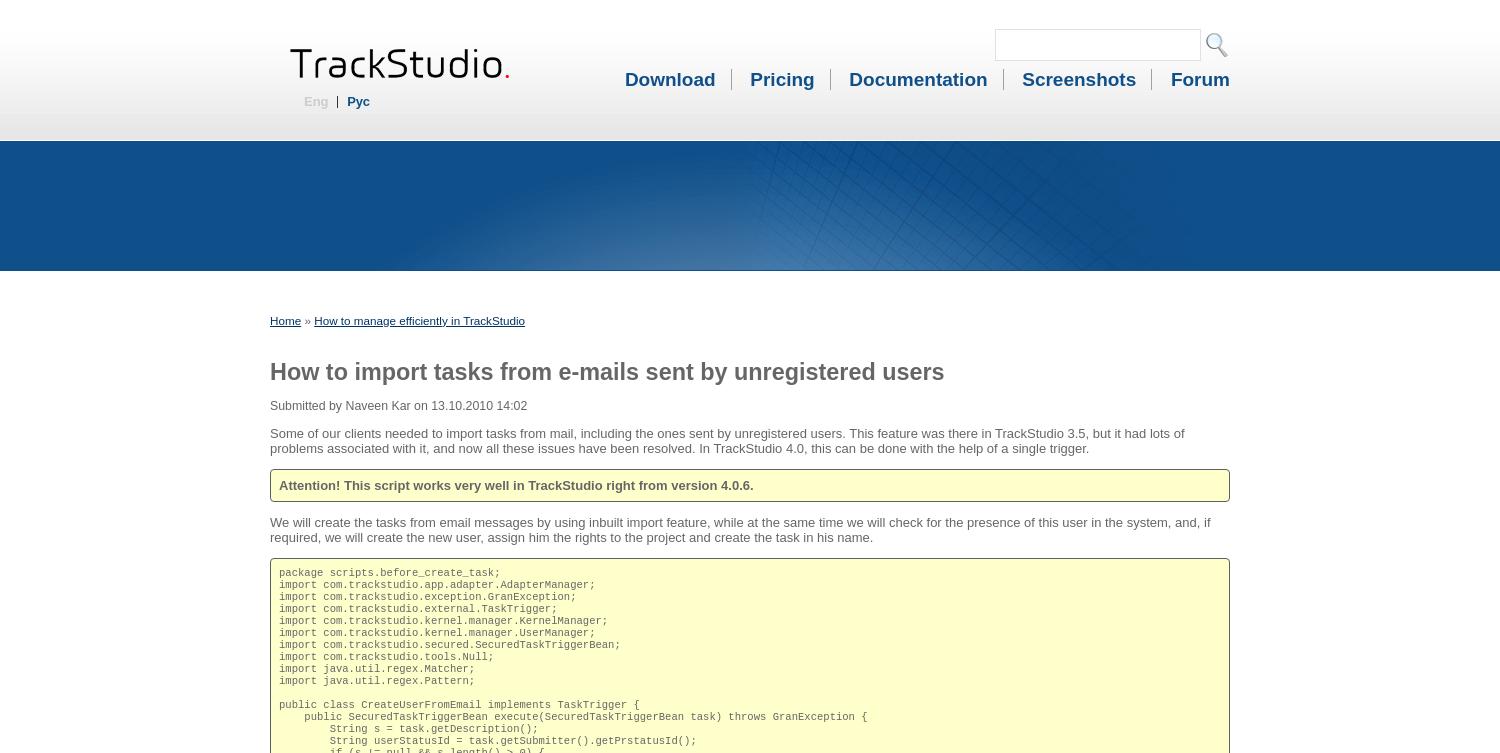 This screenshot has height=753, width=1500. Describe the element at coordinates (315, 101) in the screenshot. I see `'Eng'` at that location.